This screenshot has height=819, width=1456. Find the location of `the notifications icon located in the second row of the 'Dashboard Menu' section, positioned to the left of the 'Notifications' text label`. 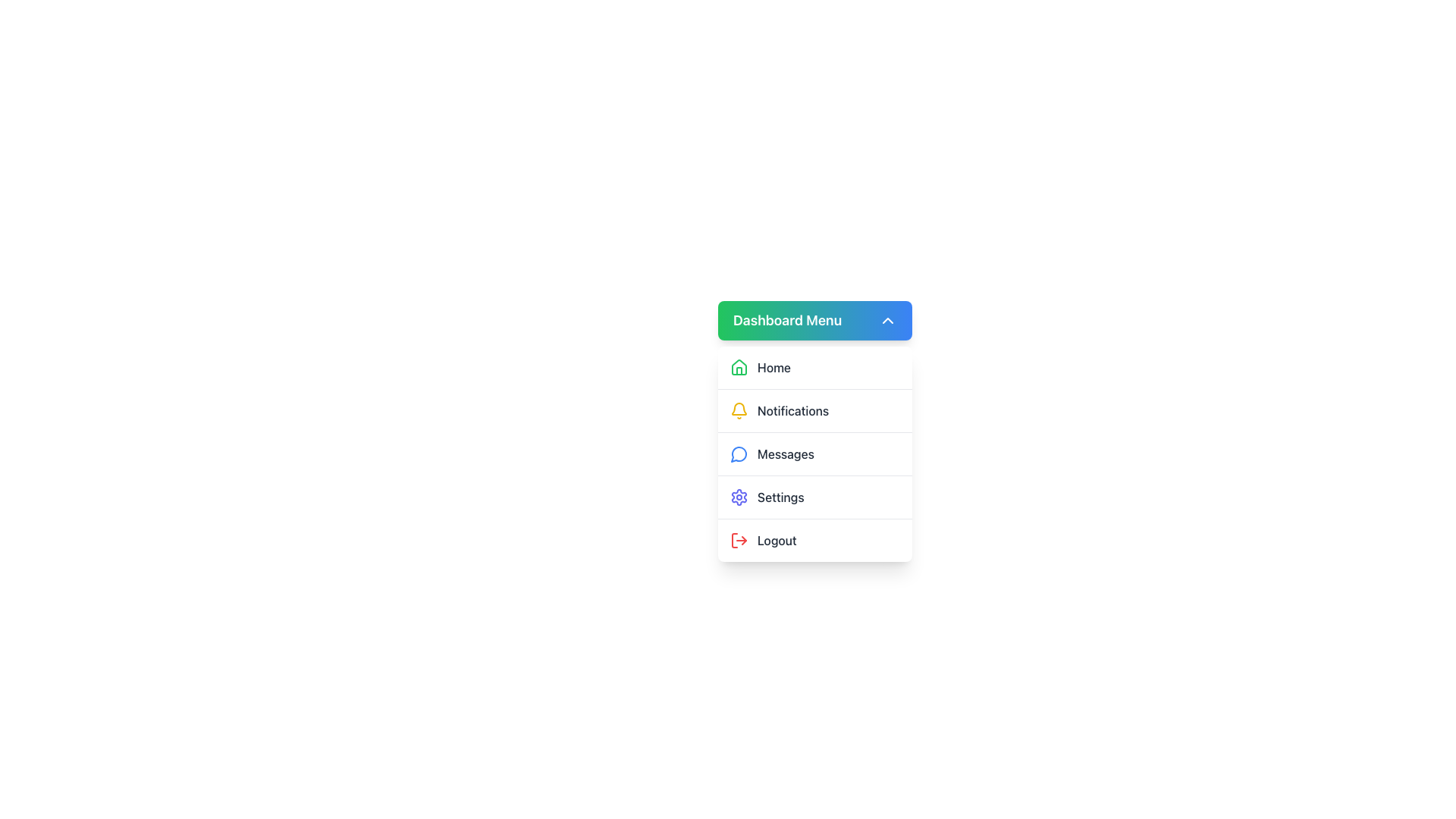

the notifications icon located in the second row of the 'Dashboard Menu' section, positioned to the left of the 'Notifications' text label is located at coordinates (739, 411).